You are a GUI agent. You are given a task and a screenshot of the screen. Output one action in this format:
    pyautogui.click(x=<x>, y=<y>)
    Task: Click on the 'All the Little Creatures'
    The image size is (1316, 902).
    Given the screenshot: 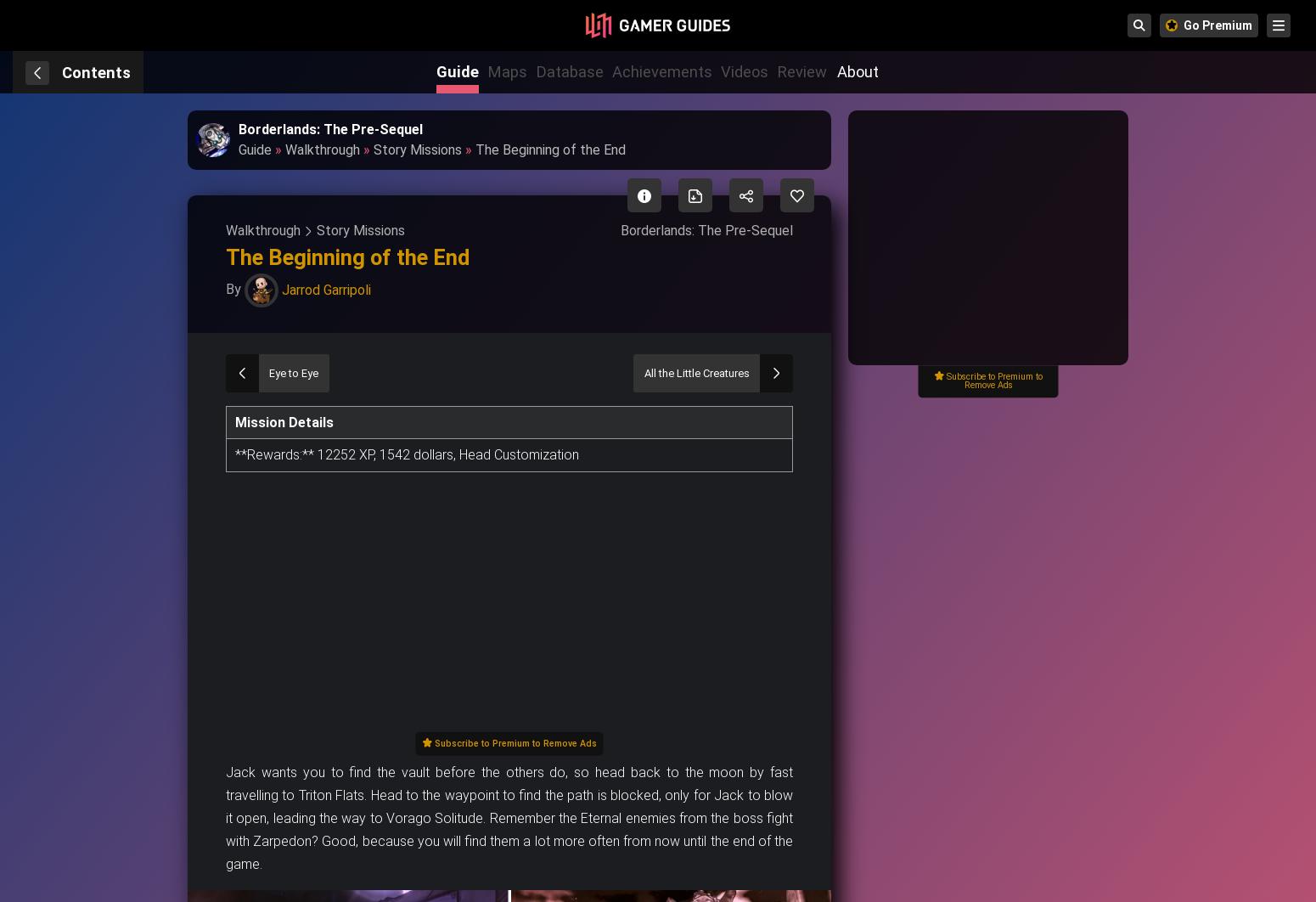 What is the action you would take?
    pyautogui.click(x=695, y=372)
    